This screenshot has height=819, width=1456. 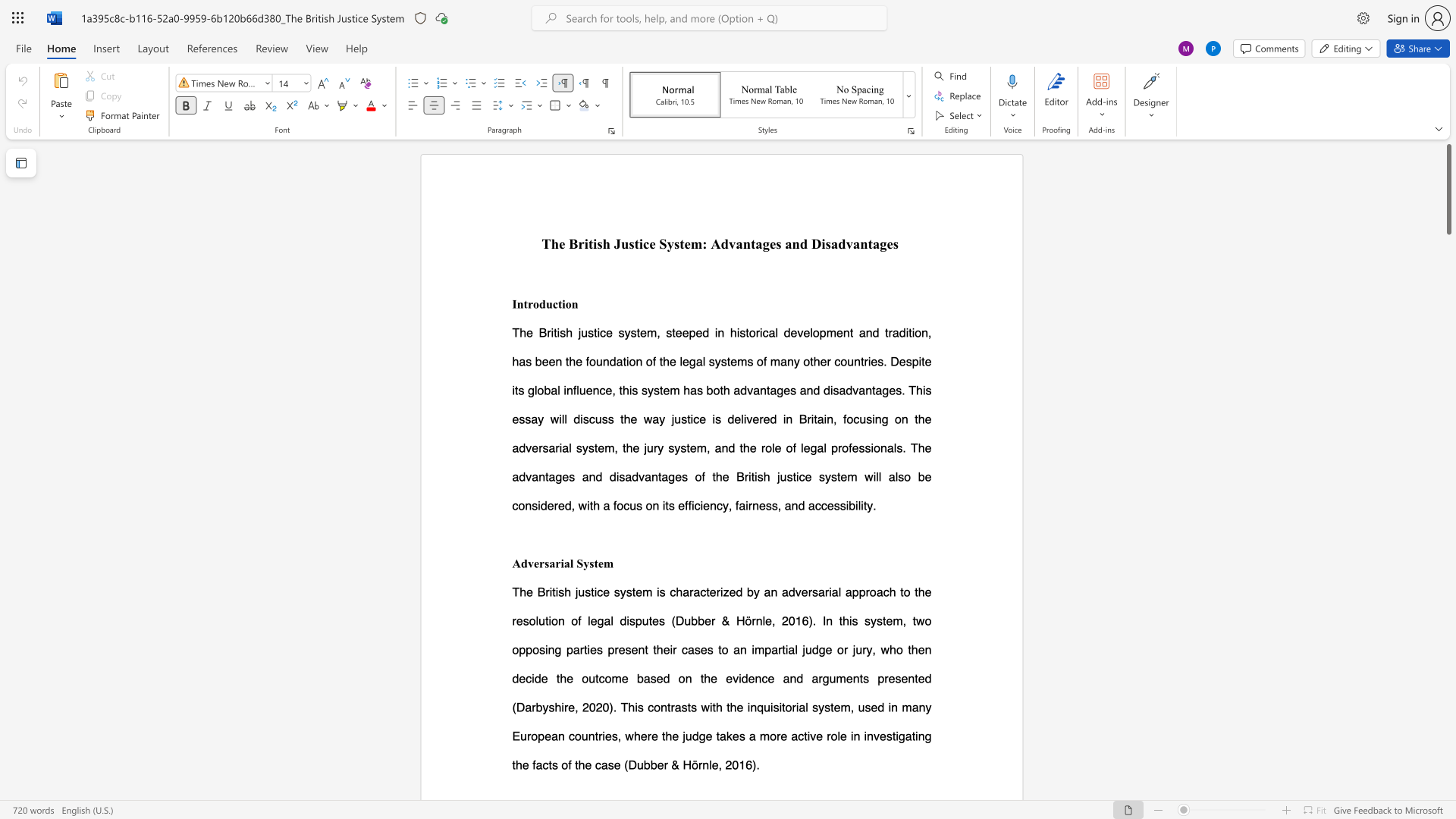 I want to click on the scrollbar to move the page down, so click(x=1448, y=363).